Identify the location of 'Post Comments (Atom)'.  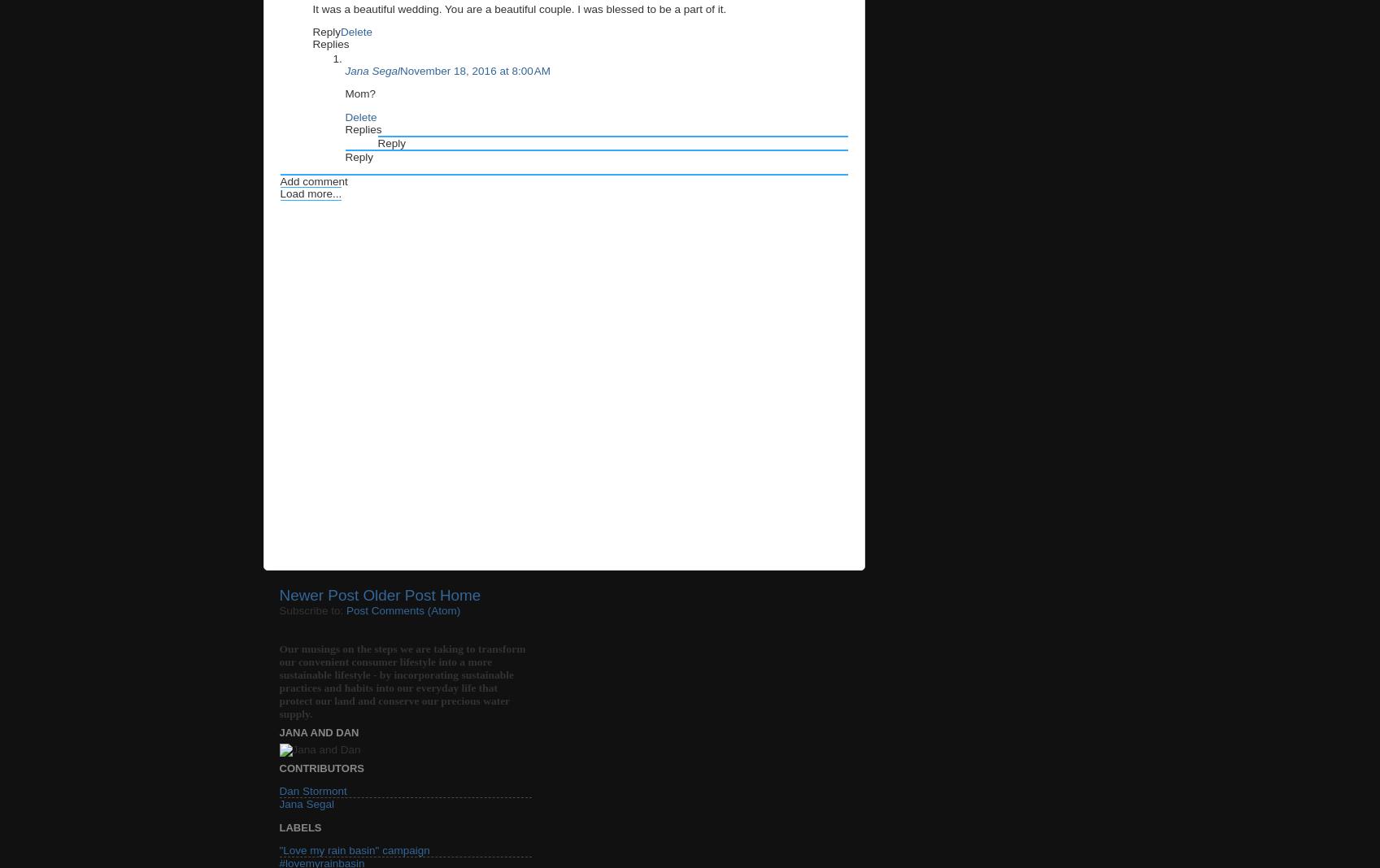
(345, 610).